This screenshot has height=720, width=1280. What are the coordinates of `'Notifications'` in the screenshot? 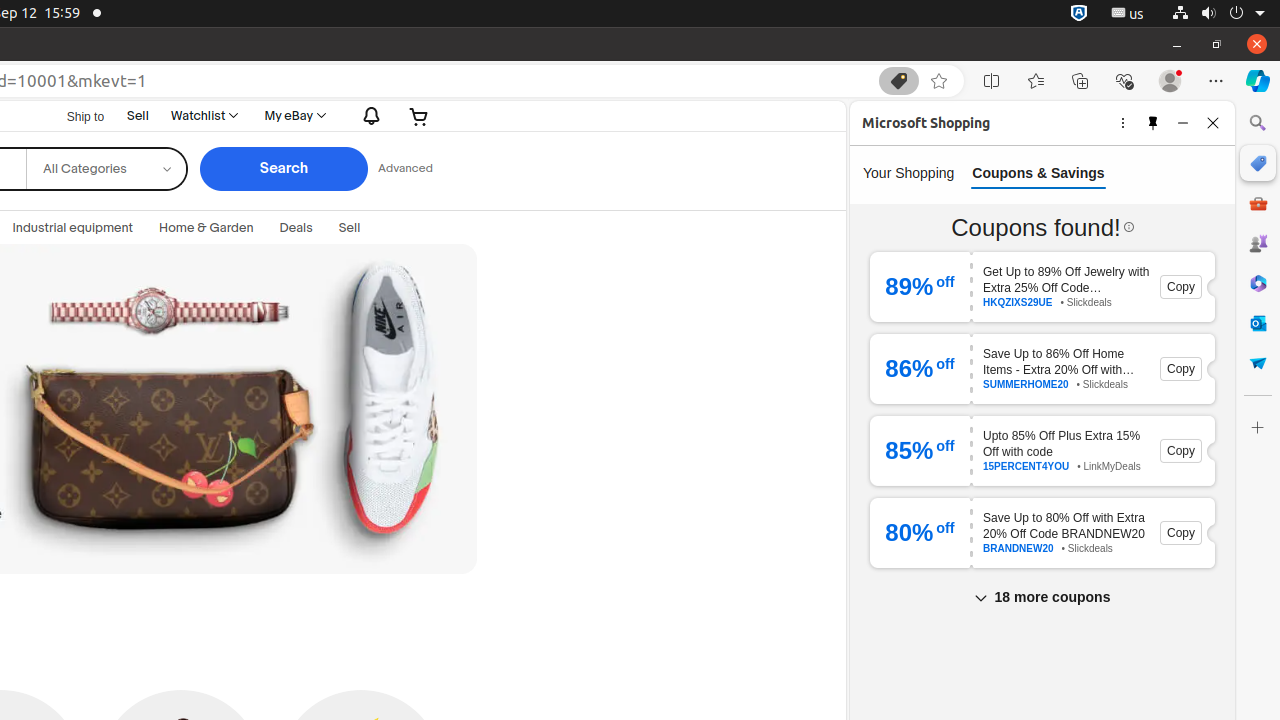 It's located at (366, 115).